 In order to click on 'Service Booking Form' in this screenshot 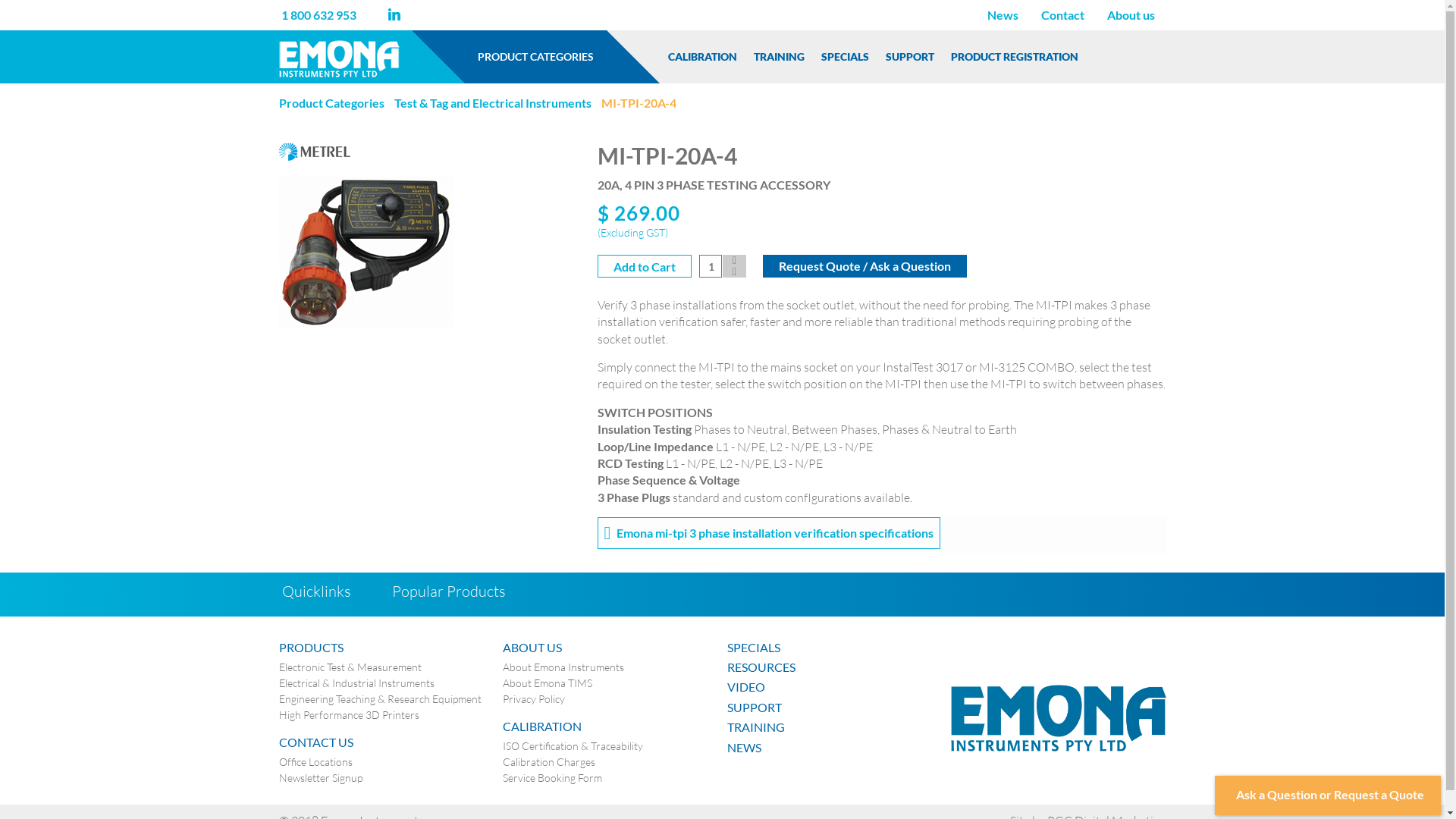, I will do `click(551, 778)`.